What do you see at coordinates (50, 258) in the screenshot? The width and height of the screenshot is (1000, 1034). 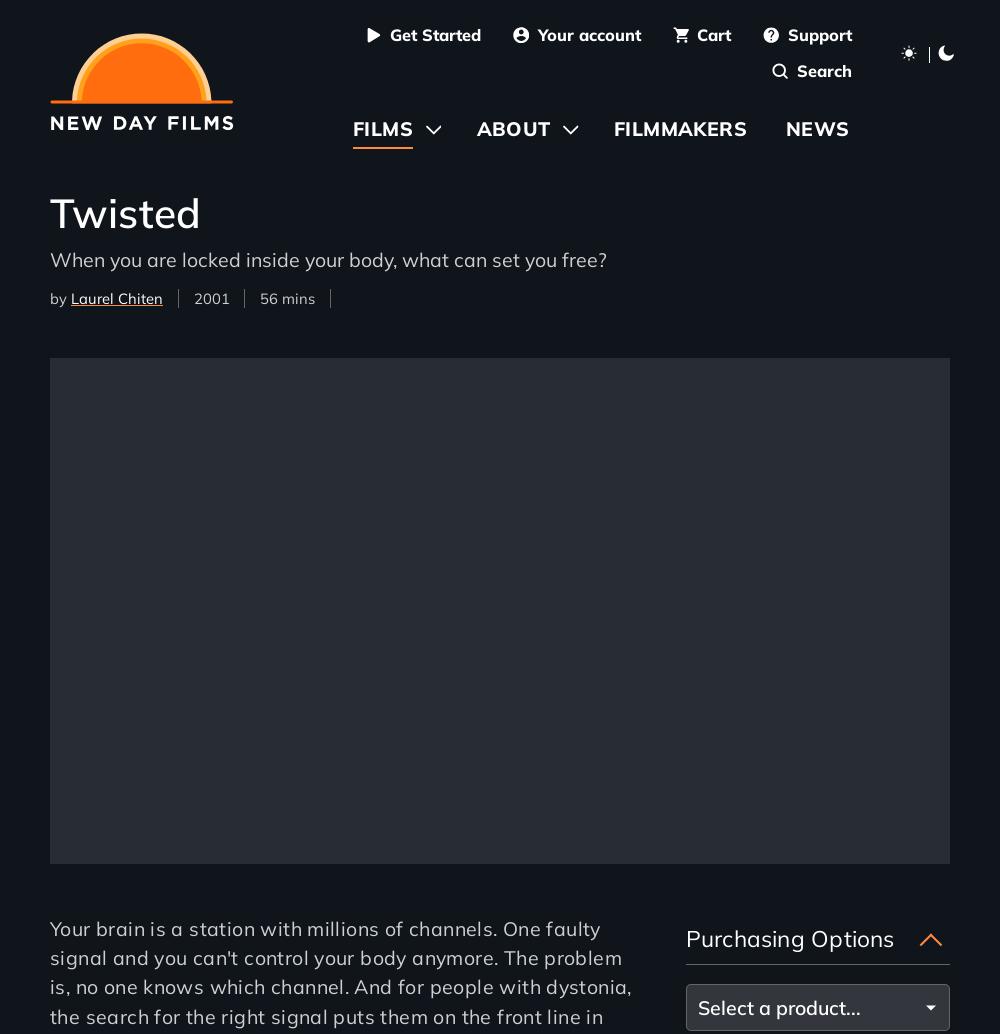 I see `'When you are locked inside your body, what can set you free?'` at bounding box center [50, 258].